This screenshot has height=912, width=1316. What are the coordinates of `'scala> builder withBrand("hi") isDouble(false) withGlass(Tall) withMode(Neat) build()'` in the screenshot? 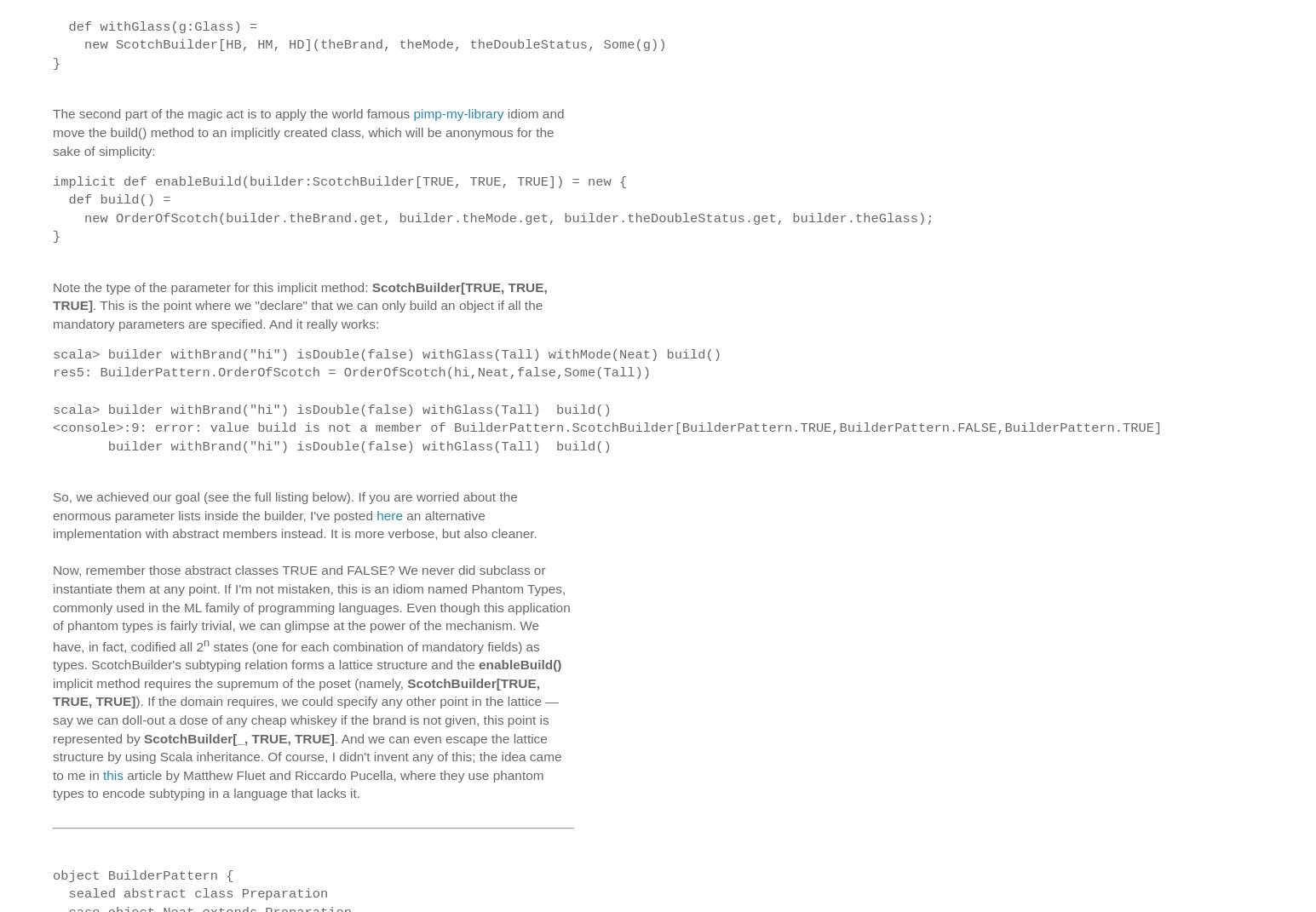 It's located at (386, 353).